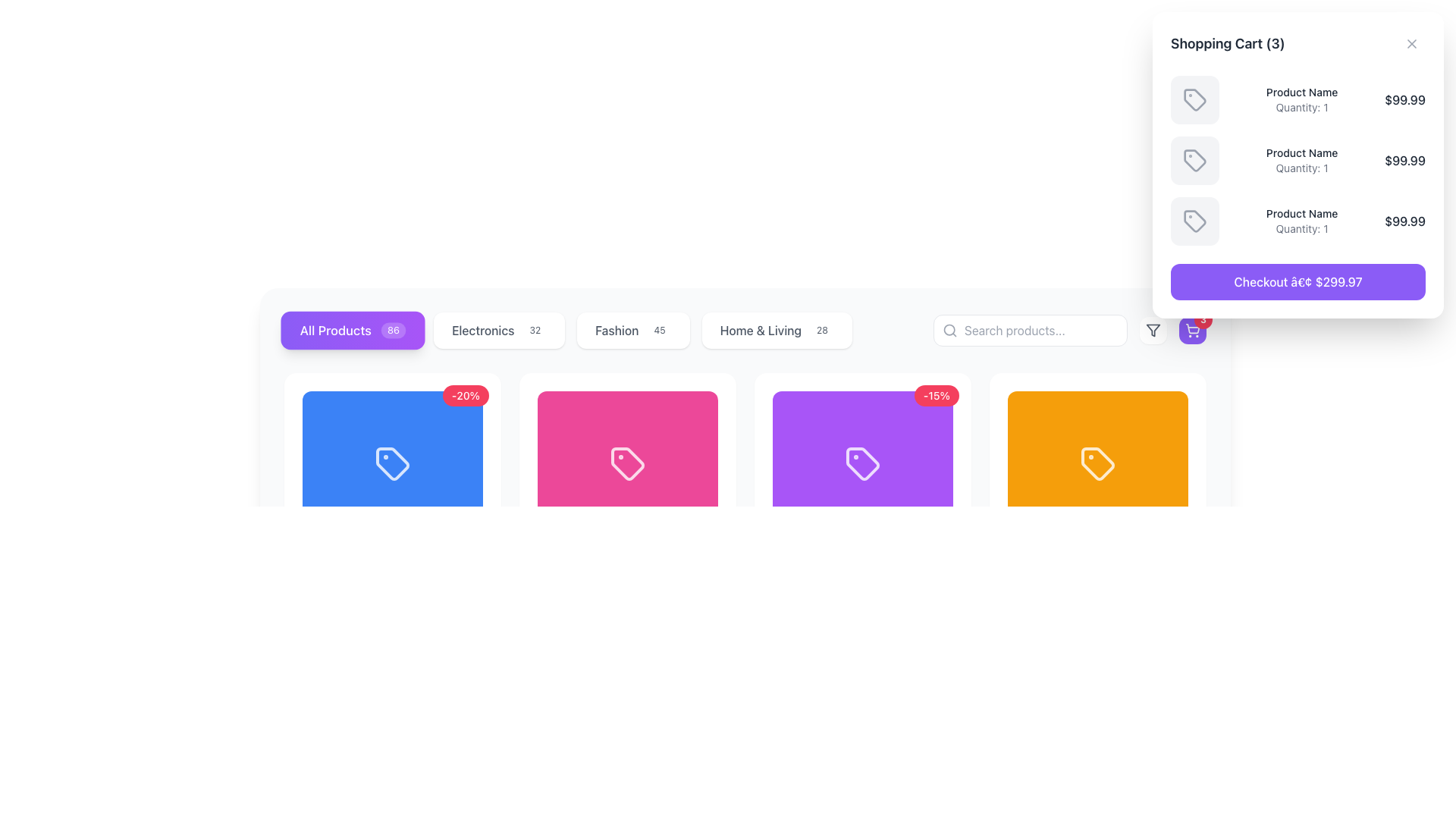 This screenshot has height=819, width=1456. I want to click on the shopping cart icon located in the top-right corner of the interface, which is situated within a purple button with rounded corners, so click(1192, 329).